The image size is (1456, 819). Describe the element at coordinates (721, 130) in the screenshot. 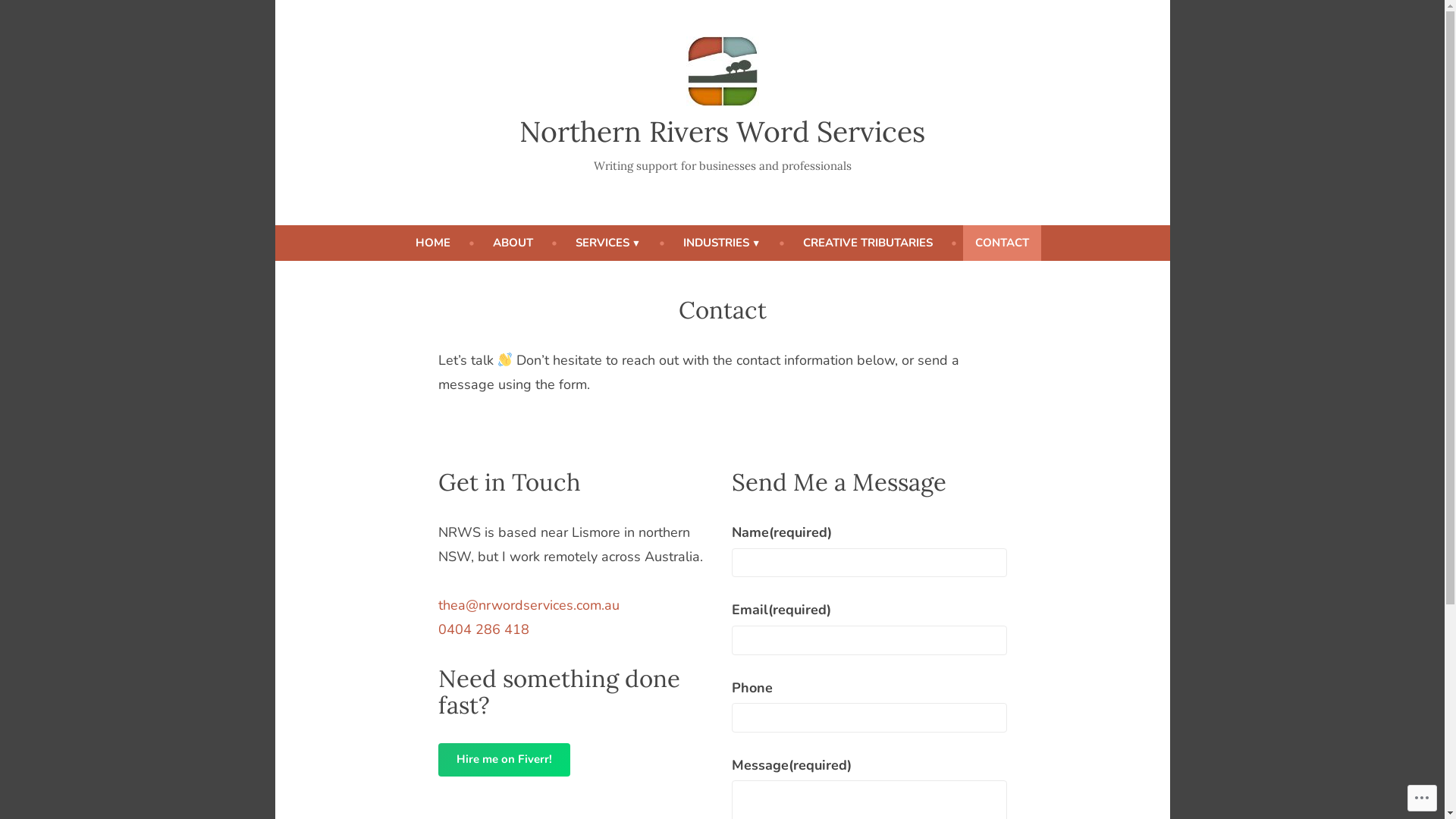

I see `'Northern Rivers Word Services'` at that location.